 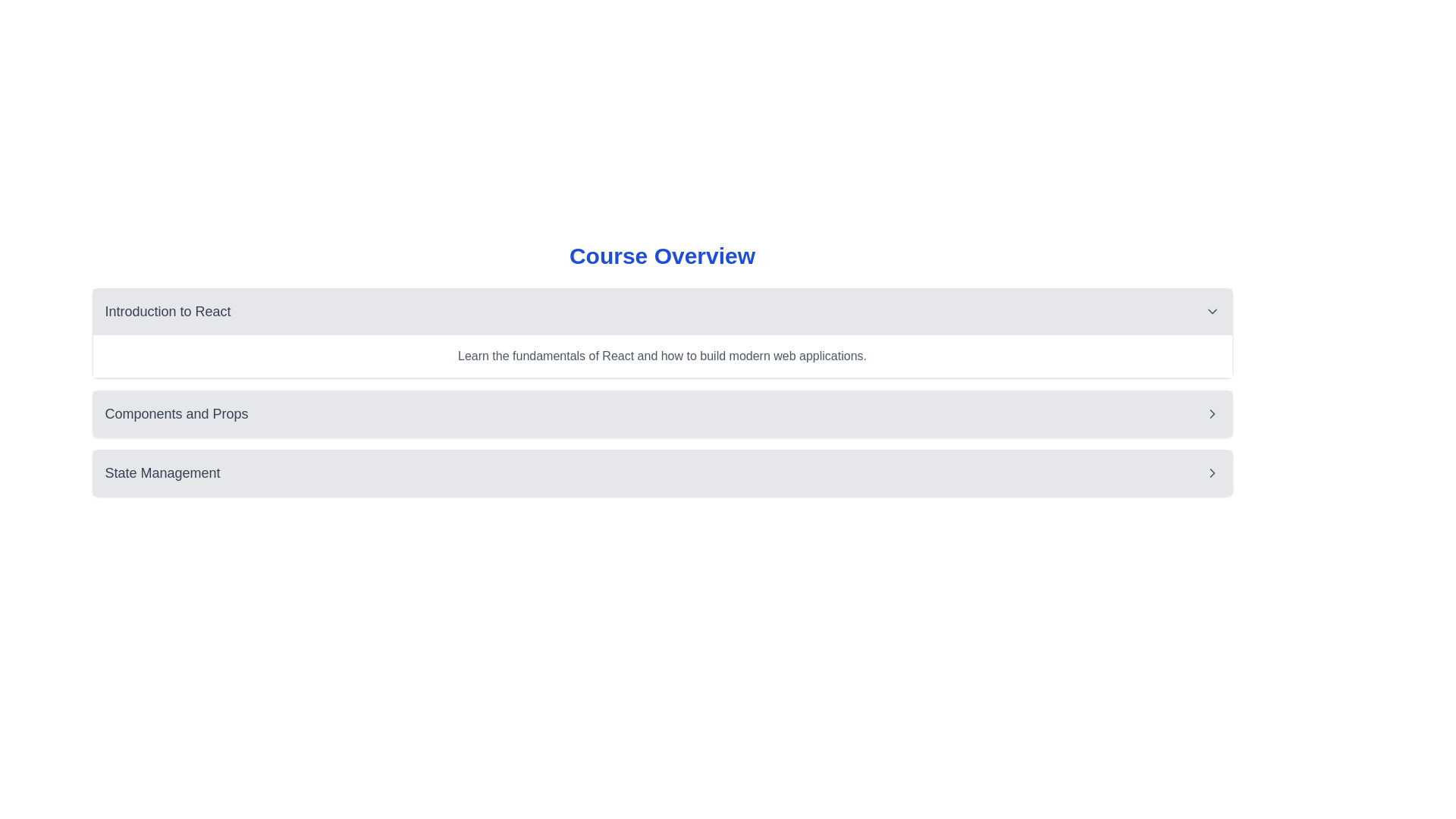 I want to click on the third item in the vertical list labeled 'State Management', so click(x=662, y=472).